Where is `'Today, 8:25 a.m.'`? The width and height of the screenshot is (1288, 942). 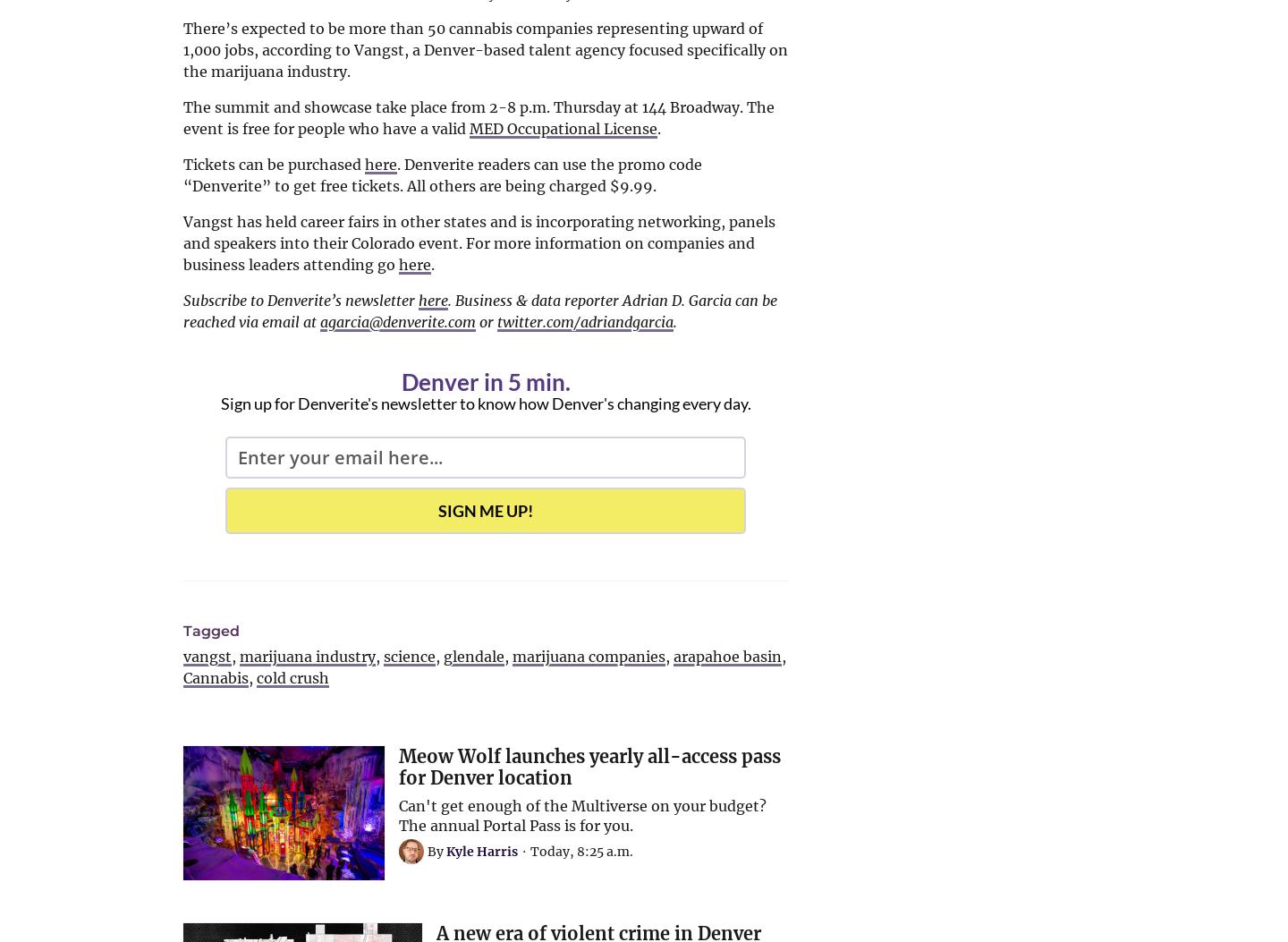
'Today, 8:25 a.m.' is located at coordinates (580, 851).